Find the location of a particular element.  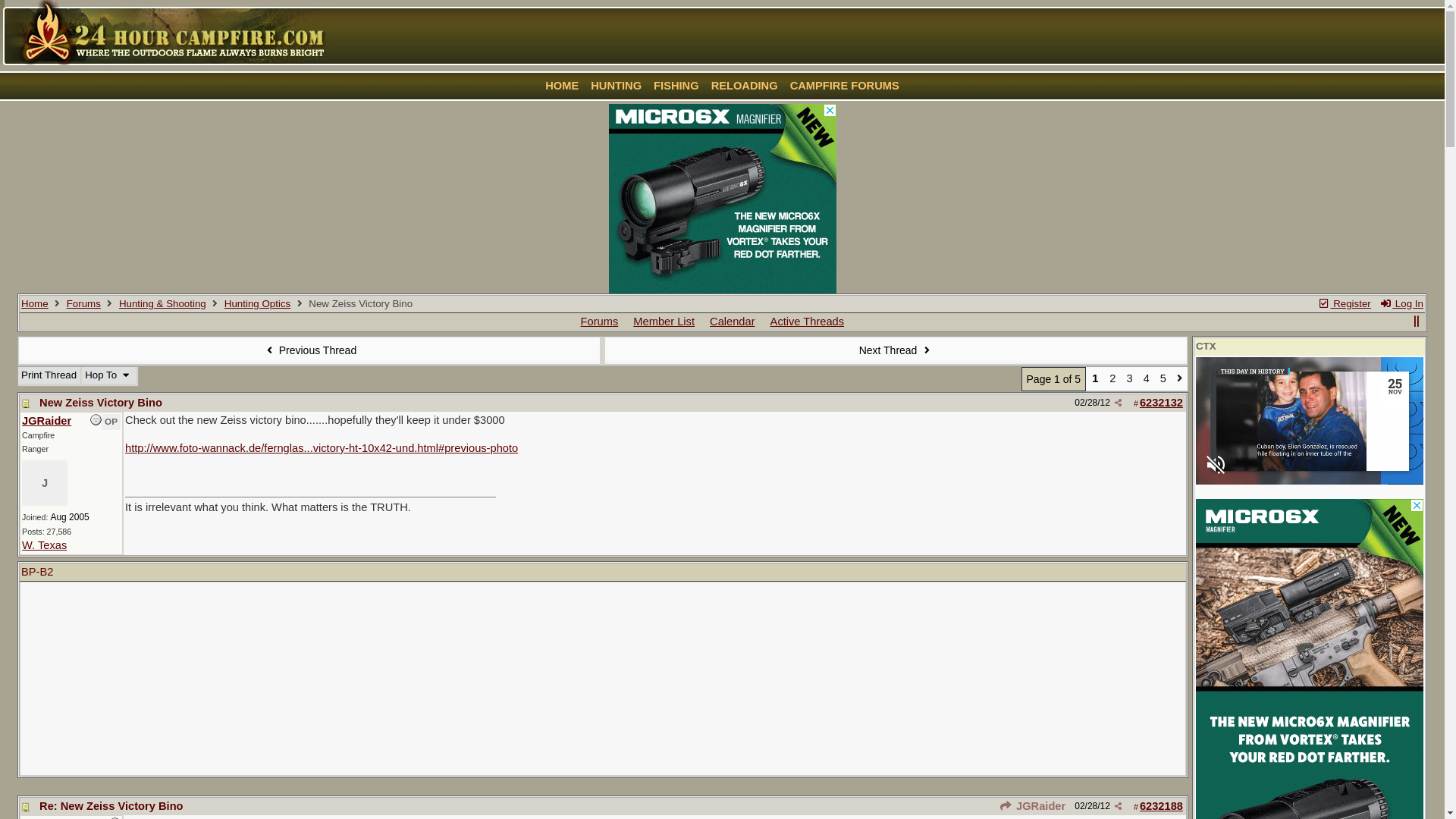

'6232188' is located at coordinates (1138, 805).